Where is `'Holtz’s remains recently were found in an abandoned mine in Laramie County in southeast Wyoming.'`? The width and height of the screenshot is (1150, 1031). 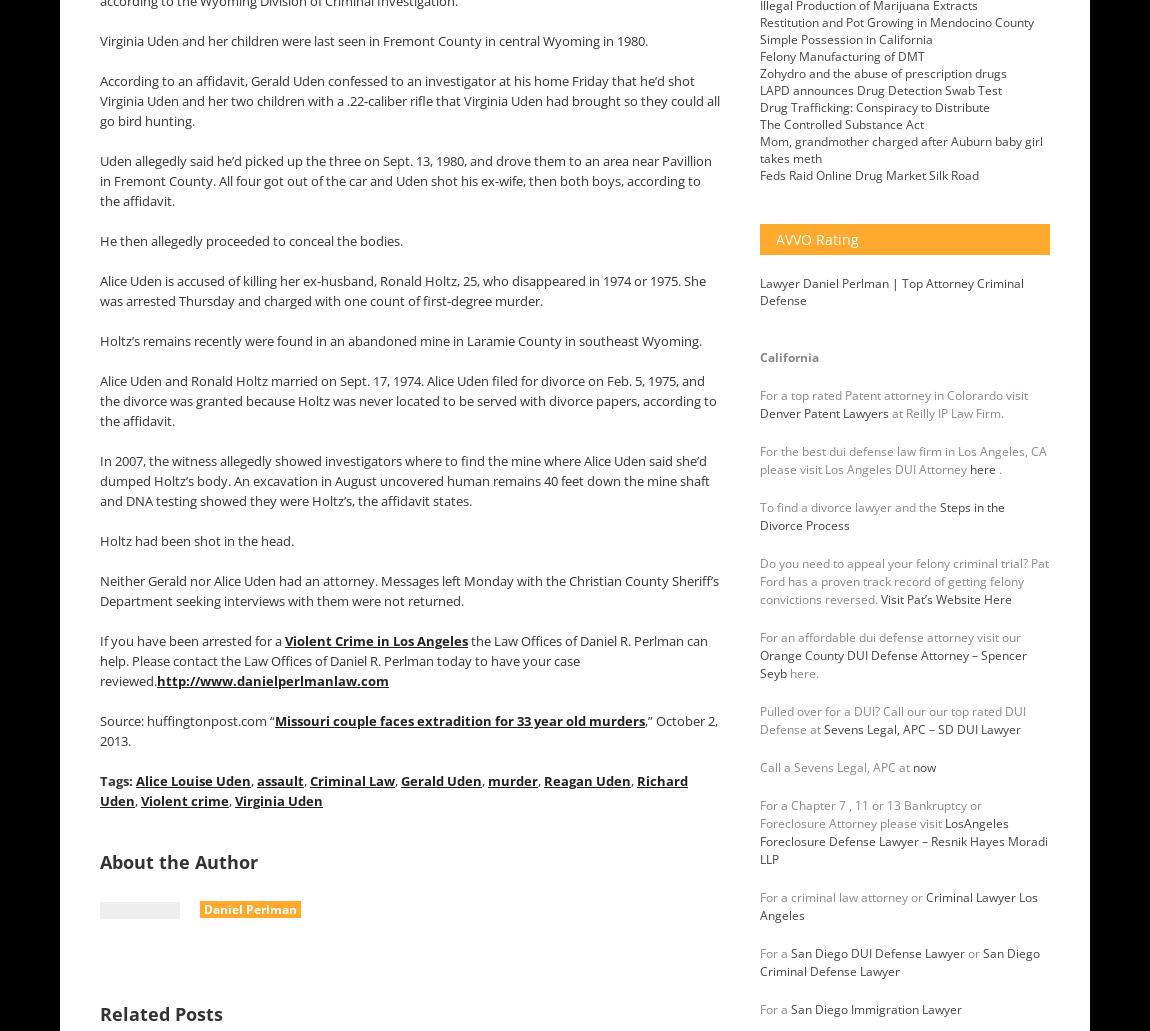 'Holtz’s remains recently were found in an abandoned mine in Laramie County in southeast Wyoming.' is located at coordinates (401, 339).